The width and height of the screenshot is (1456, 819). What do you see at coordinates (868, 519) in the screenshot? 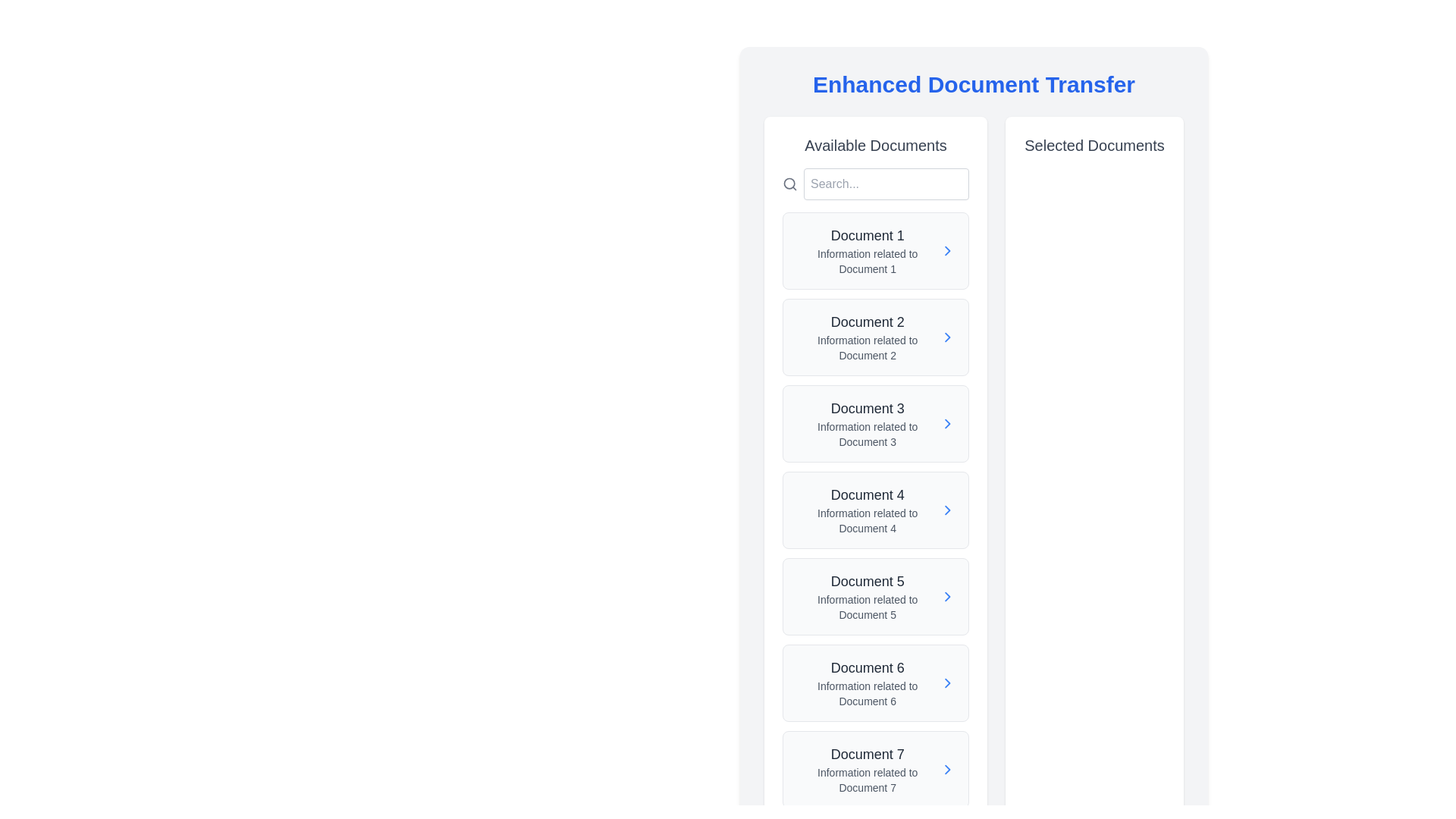
I see `the static text label displaying 'Information related to Document 4', which is located below the title 'Document 4' in the 'Available Documents' section` at bounding box center [868, 519].